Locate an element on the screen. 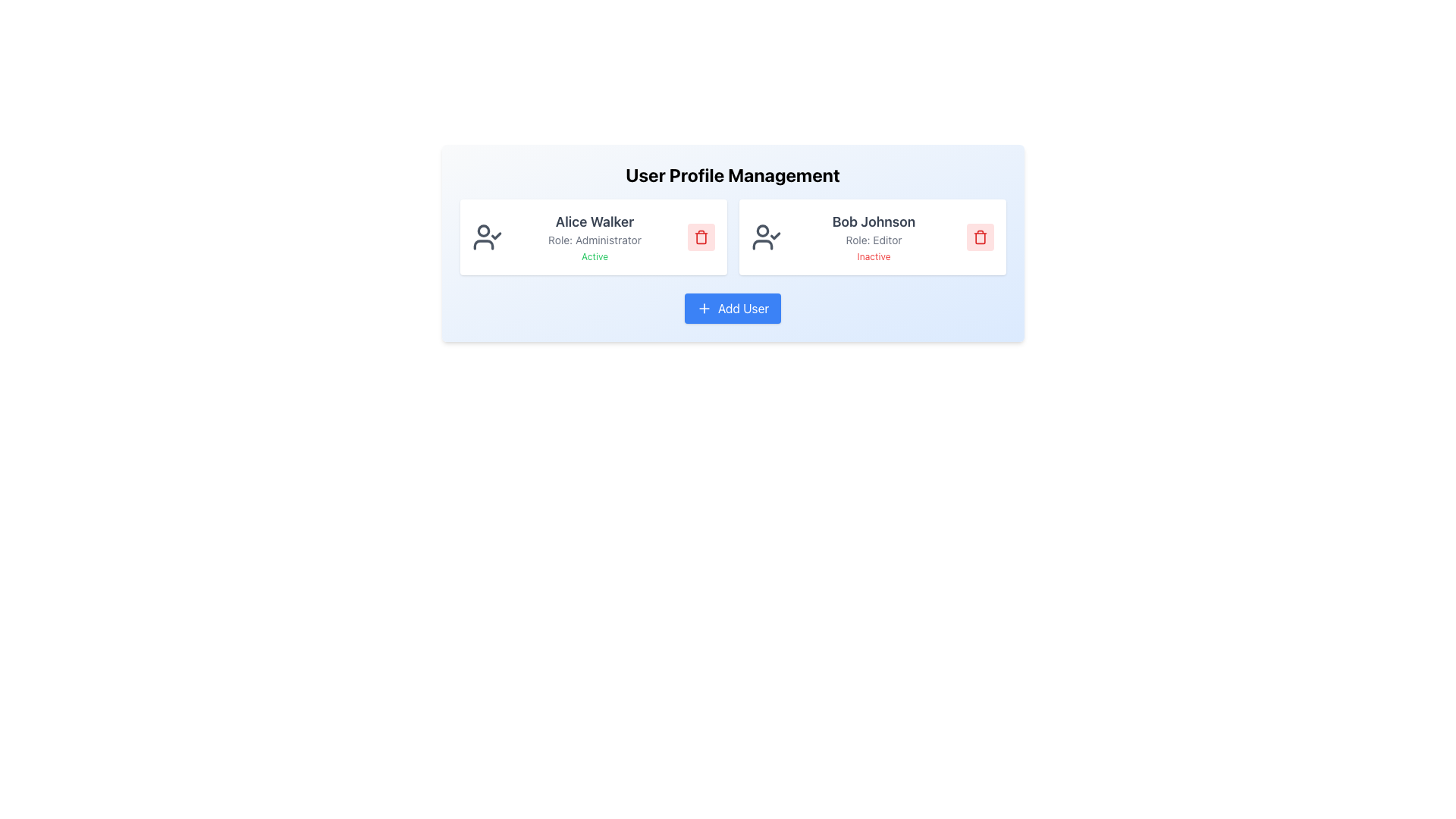 This screenshot has width=1456, height=819. the 'Bob Johnson' text label, which is prominently displayed in bold, dark gray font within the 'User Profile Management' section, positioned above the texts 'Role: Editor' and 'Inactive' is located at coordinates (874, 222).